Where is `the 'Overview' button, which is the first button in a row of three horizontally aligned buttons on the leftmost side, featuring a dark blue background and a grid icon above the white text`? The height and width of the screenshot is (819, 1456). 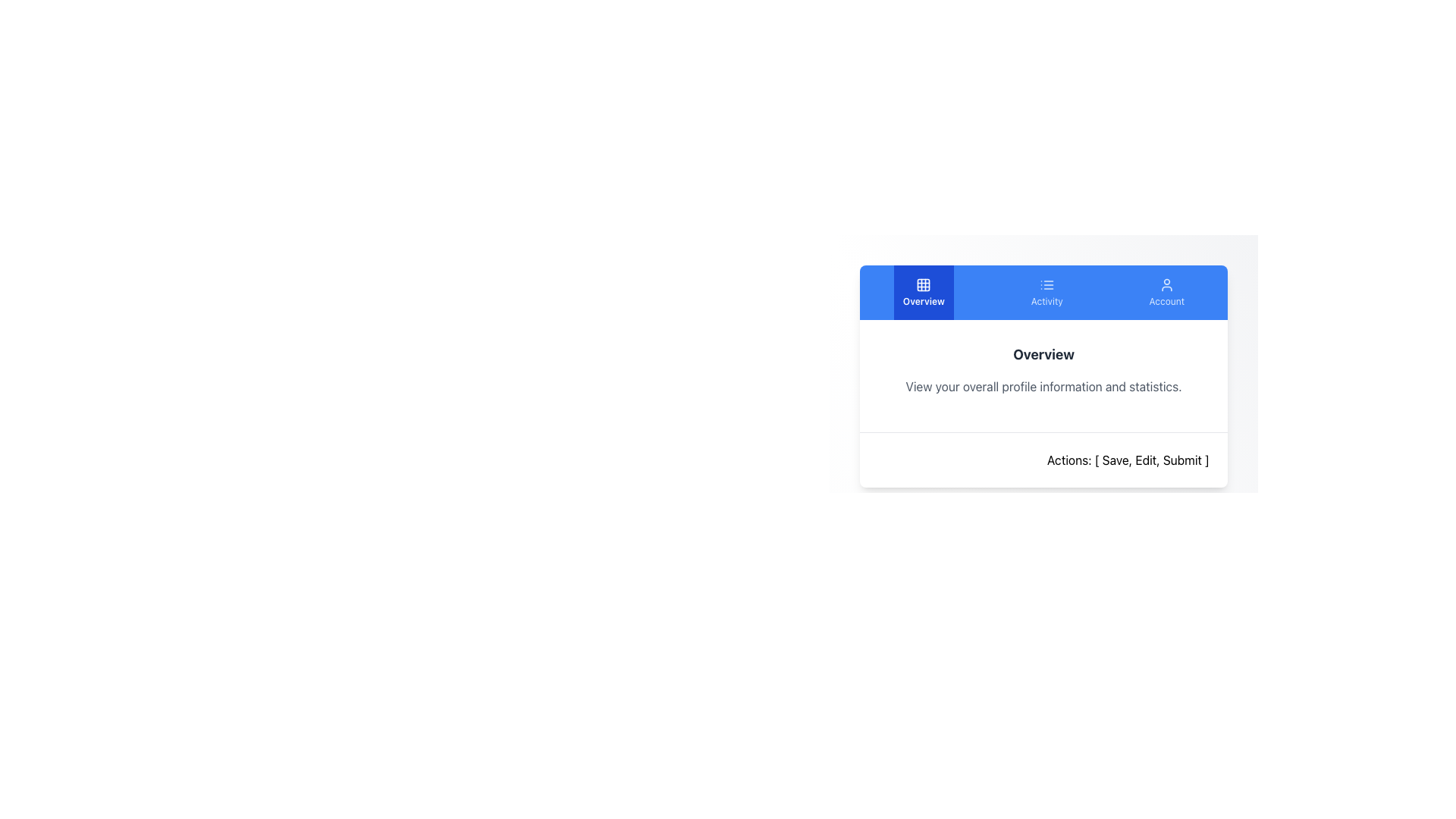
the 'Overview' button, which is the first button in a row of three horizontally aligned buttons on the leftmost side, featuring a dark blue background and a grid icon above the white text is located at coordinates (923, 292).